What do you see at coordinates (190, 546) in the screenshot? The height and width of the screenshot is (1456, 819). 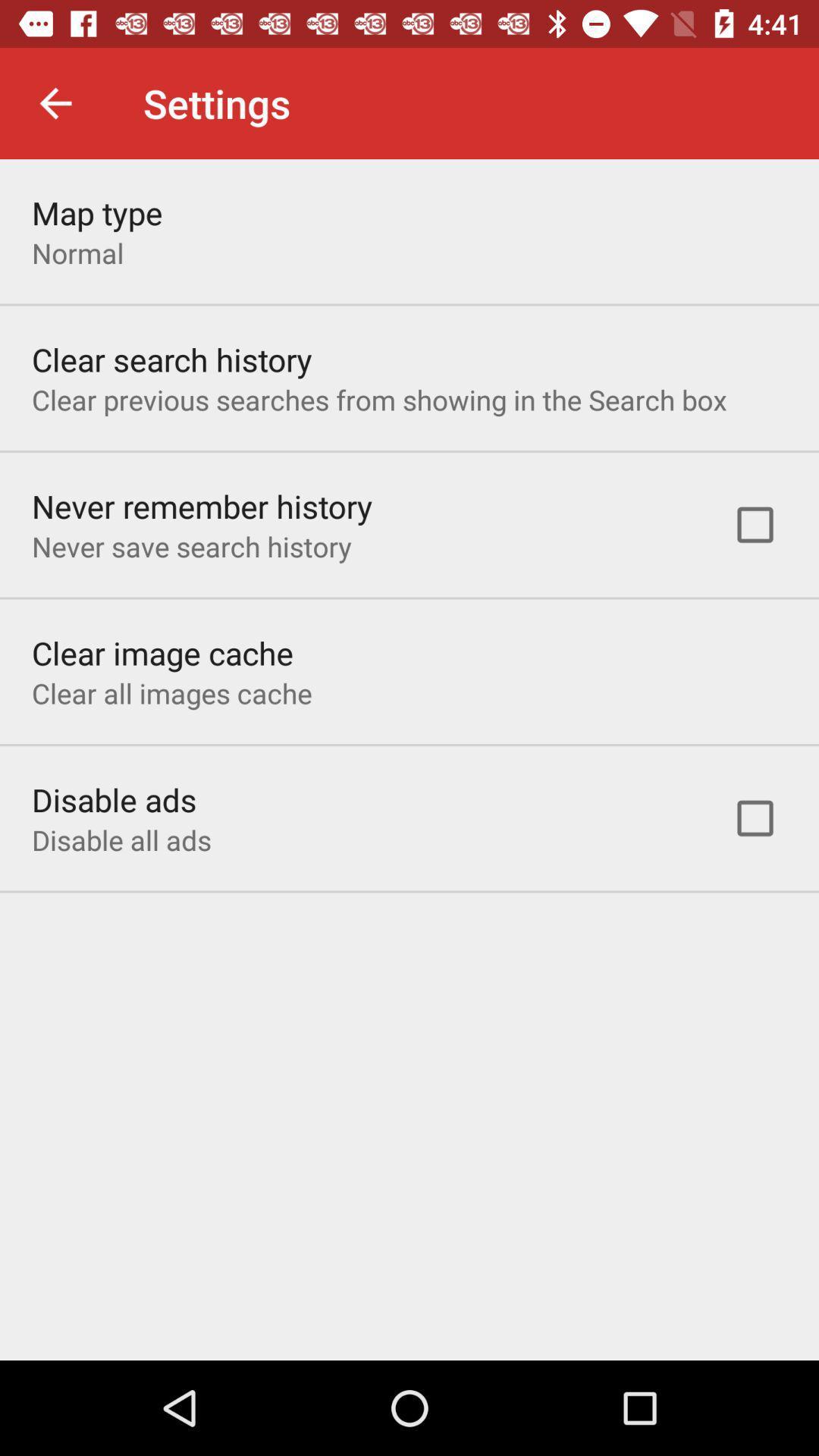 I see `icon above clear image cache icon` at bounding box center [190, 546].